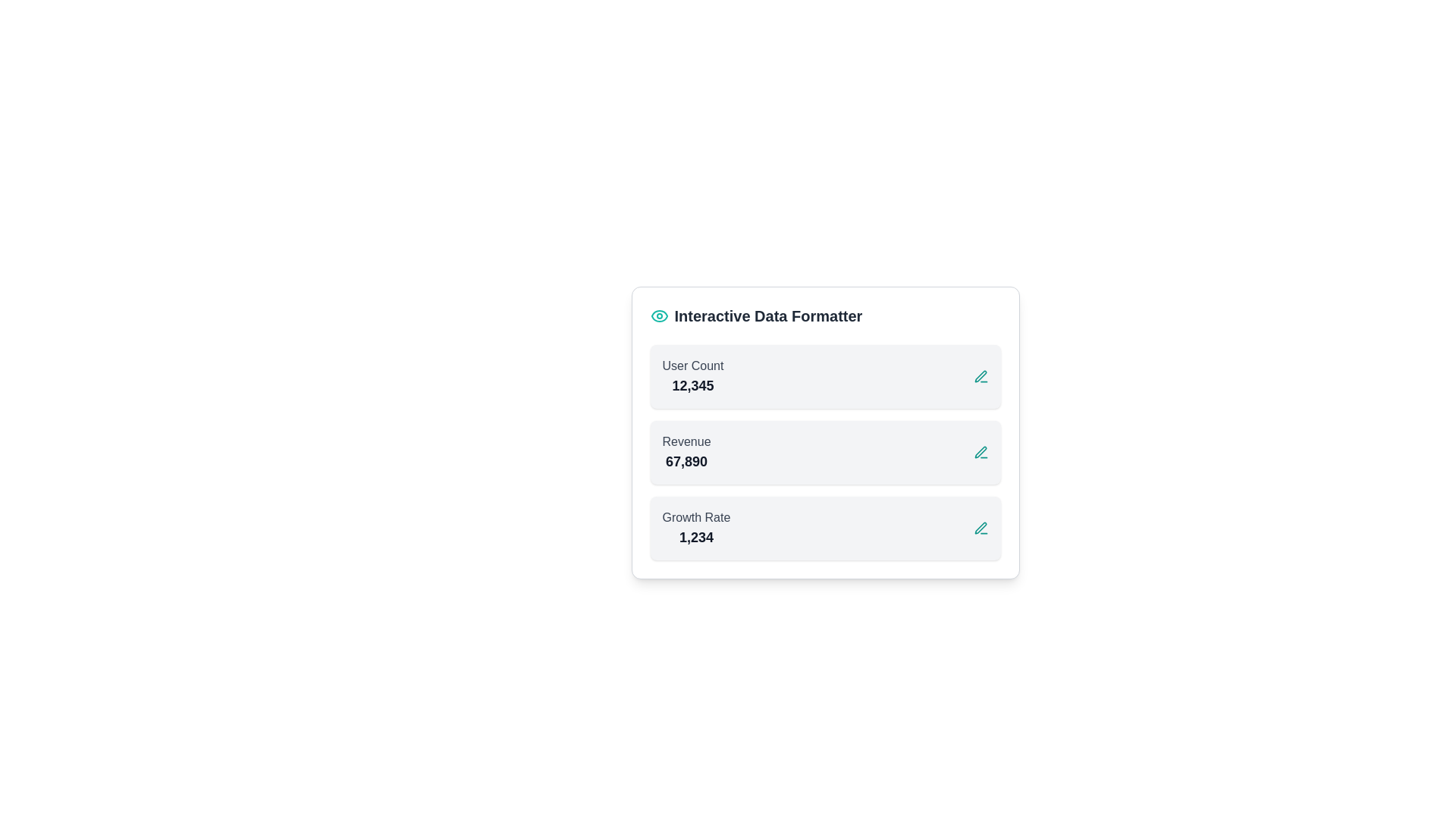 Image resolution: width=1456 pixels, height=819 pixels. Describe the element at coordinates (686, 452) in the screenshot. I see `the text display area that shows 'Revenue' and the value '67,890', which is positioned centrally in a rounded rectangle card, below 'User Count' and above 'Growth Rate'` at that location.